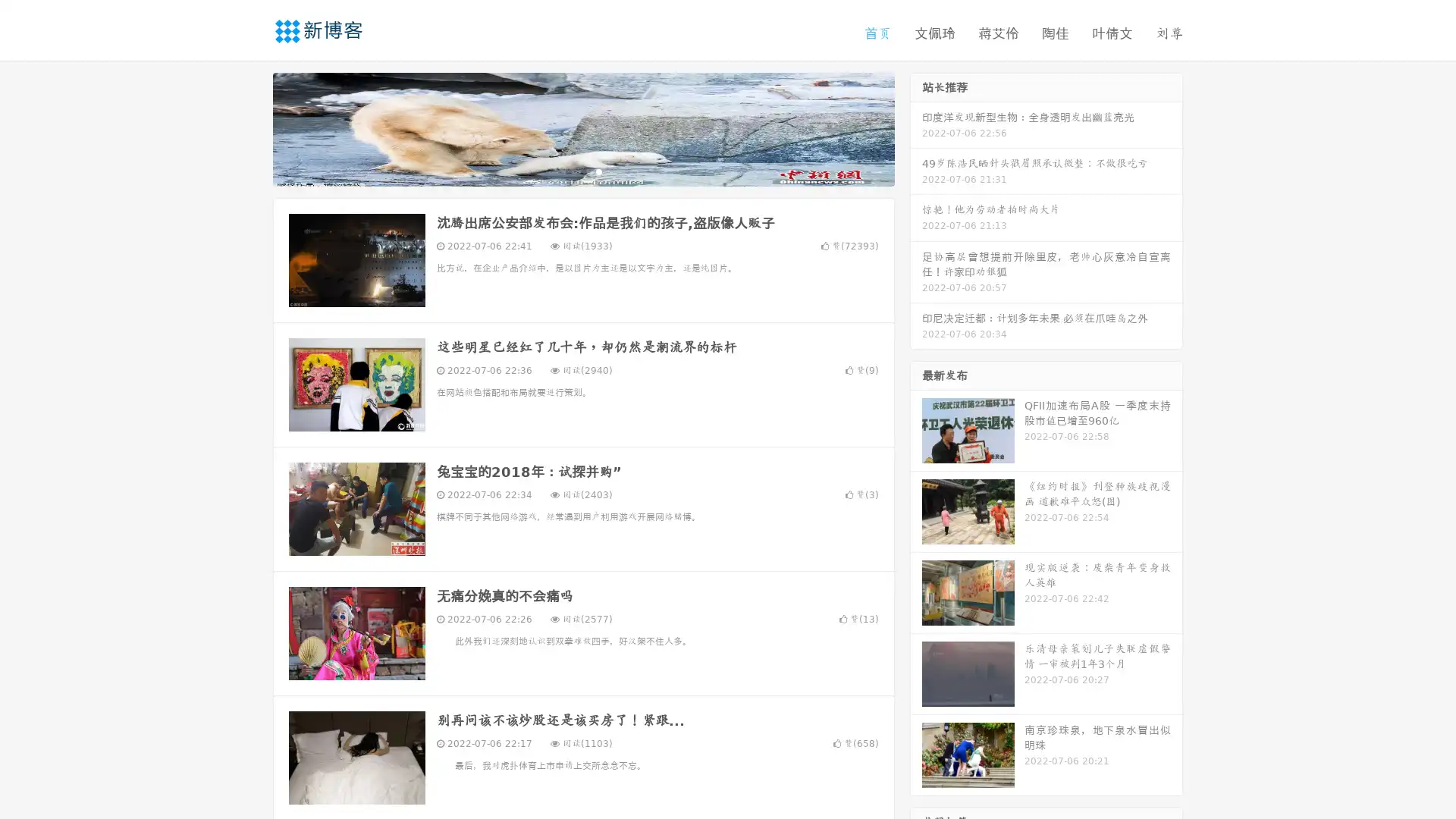 The width and height of the screenshot is (1456, 819). I want to click on Go to slide 1, so click(567, 171).